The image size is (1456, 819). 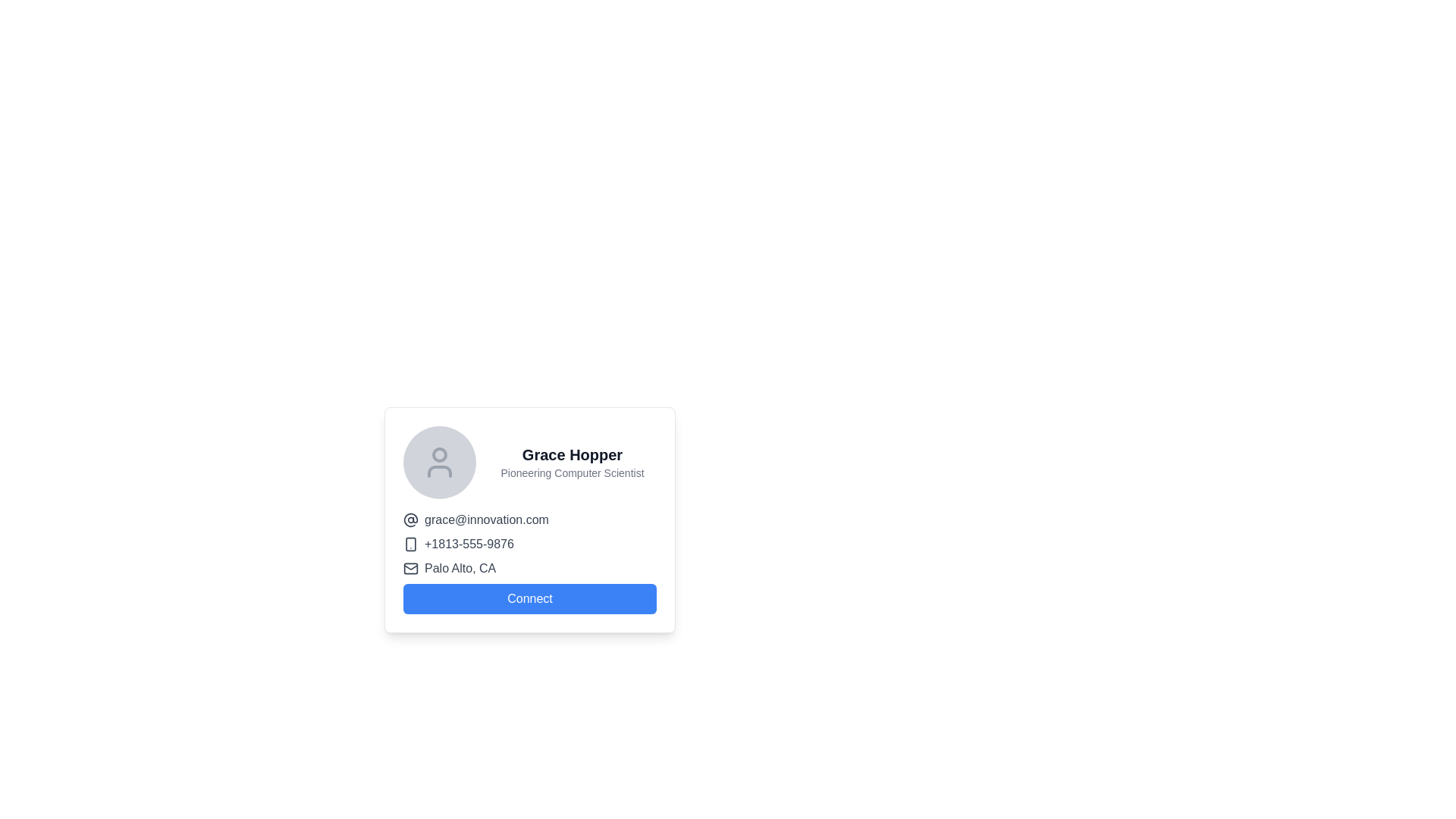 I want to click on the contact information section containing email, phone number, and location for 'Grace Hopper', which is positioned below the profile picture and above the 'Connect' button, so click(x=530, y=562).